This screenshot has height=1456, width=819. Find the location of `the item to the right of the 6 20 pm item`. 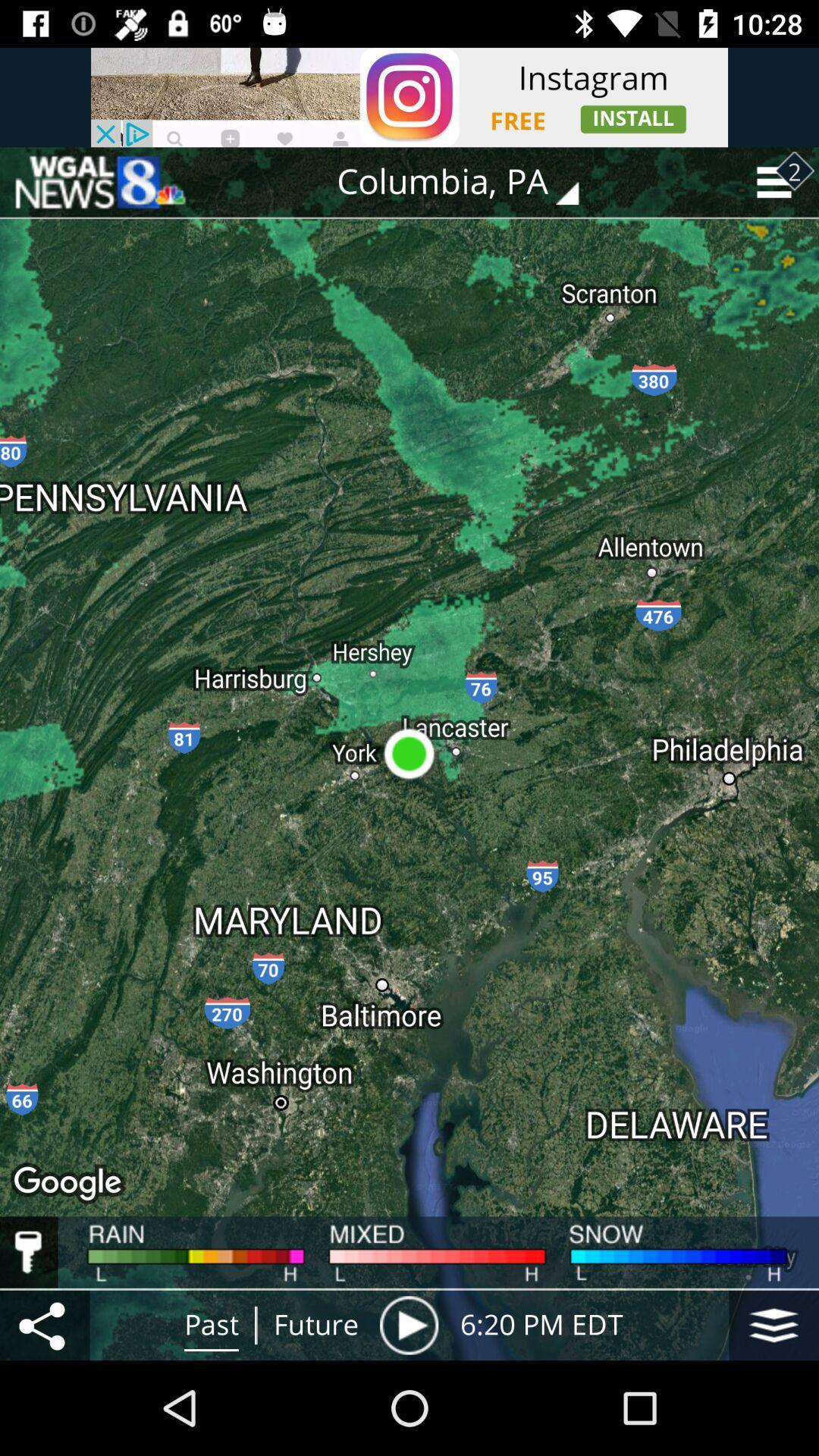

the item to the right of the 6 20 pm item is located at coordinates (773, 1324).